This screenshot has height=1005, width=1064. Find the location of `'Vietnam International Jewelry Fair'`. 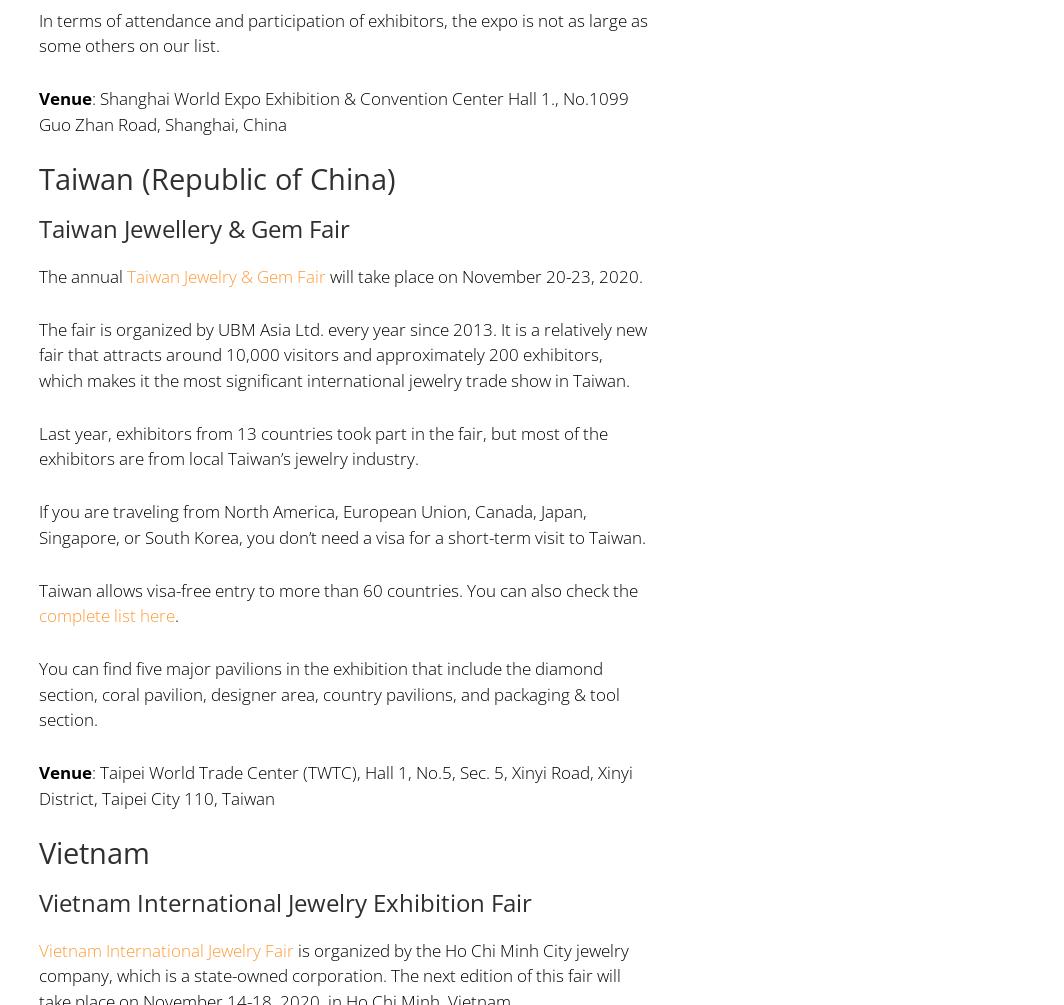

'Vietnam International Jewelry Fair' is located at coordinates (165, 948).